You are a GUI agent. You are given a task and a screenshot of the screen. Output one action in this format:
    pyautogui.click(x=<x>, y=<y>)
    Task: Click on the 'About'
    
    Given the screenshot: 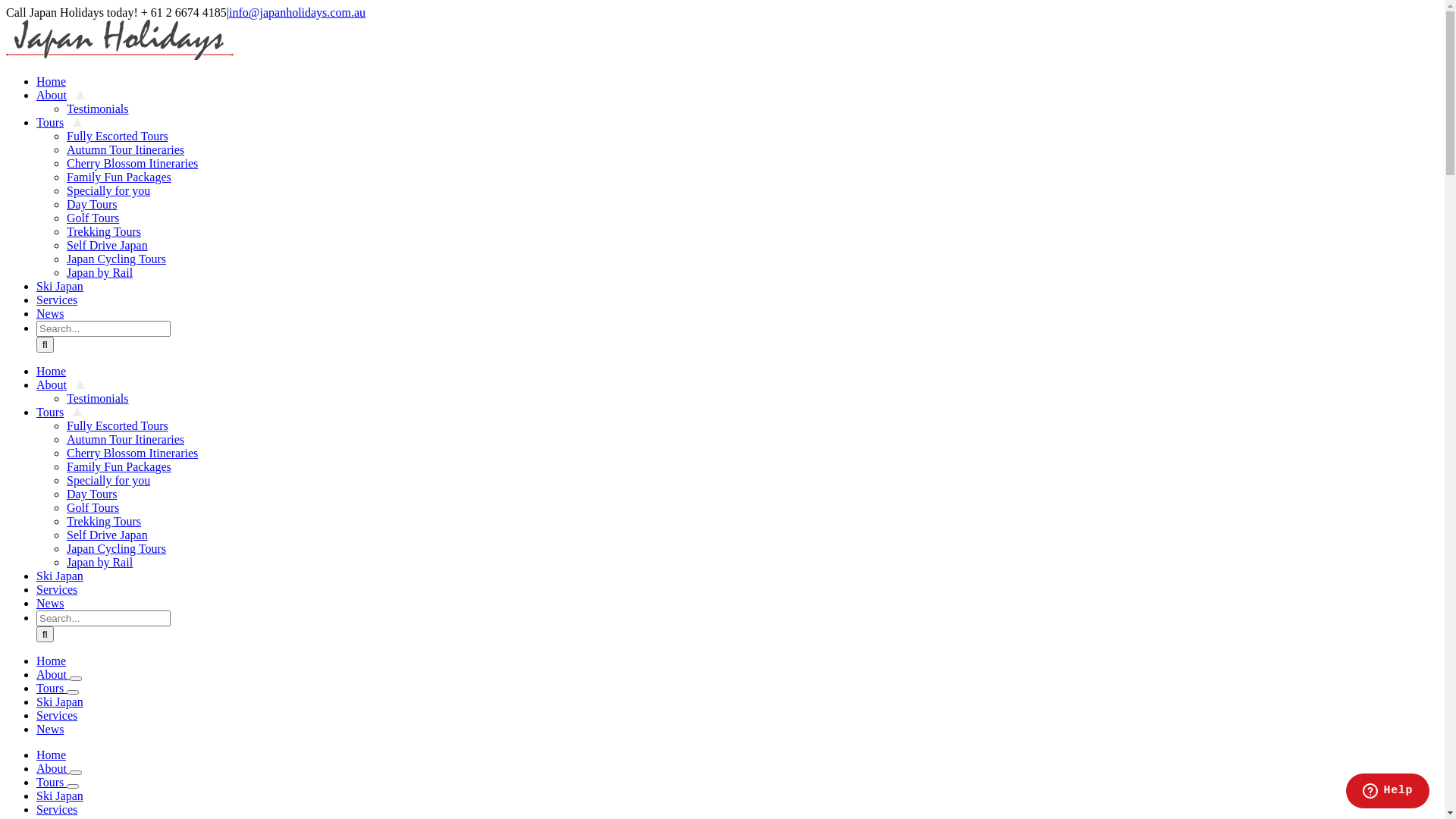 What is the action you would take?
    pyautogui.click(x=61, y=384)
    